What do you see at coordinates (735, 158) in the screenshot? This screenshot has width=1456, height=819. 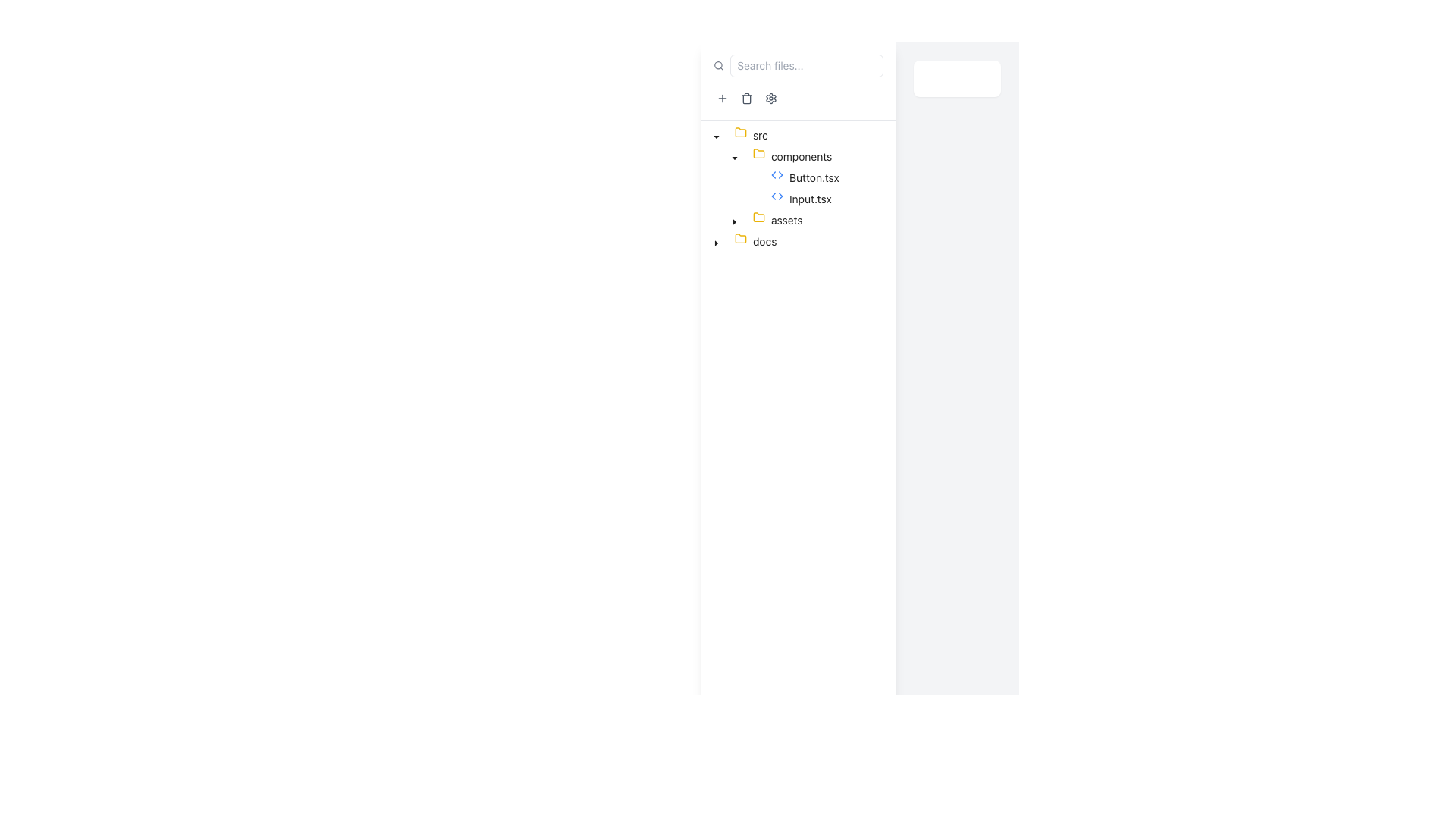 I see `the downward-pointing chevron icon indicating an open state in the collapsible list` at bounding box center [735, 158].